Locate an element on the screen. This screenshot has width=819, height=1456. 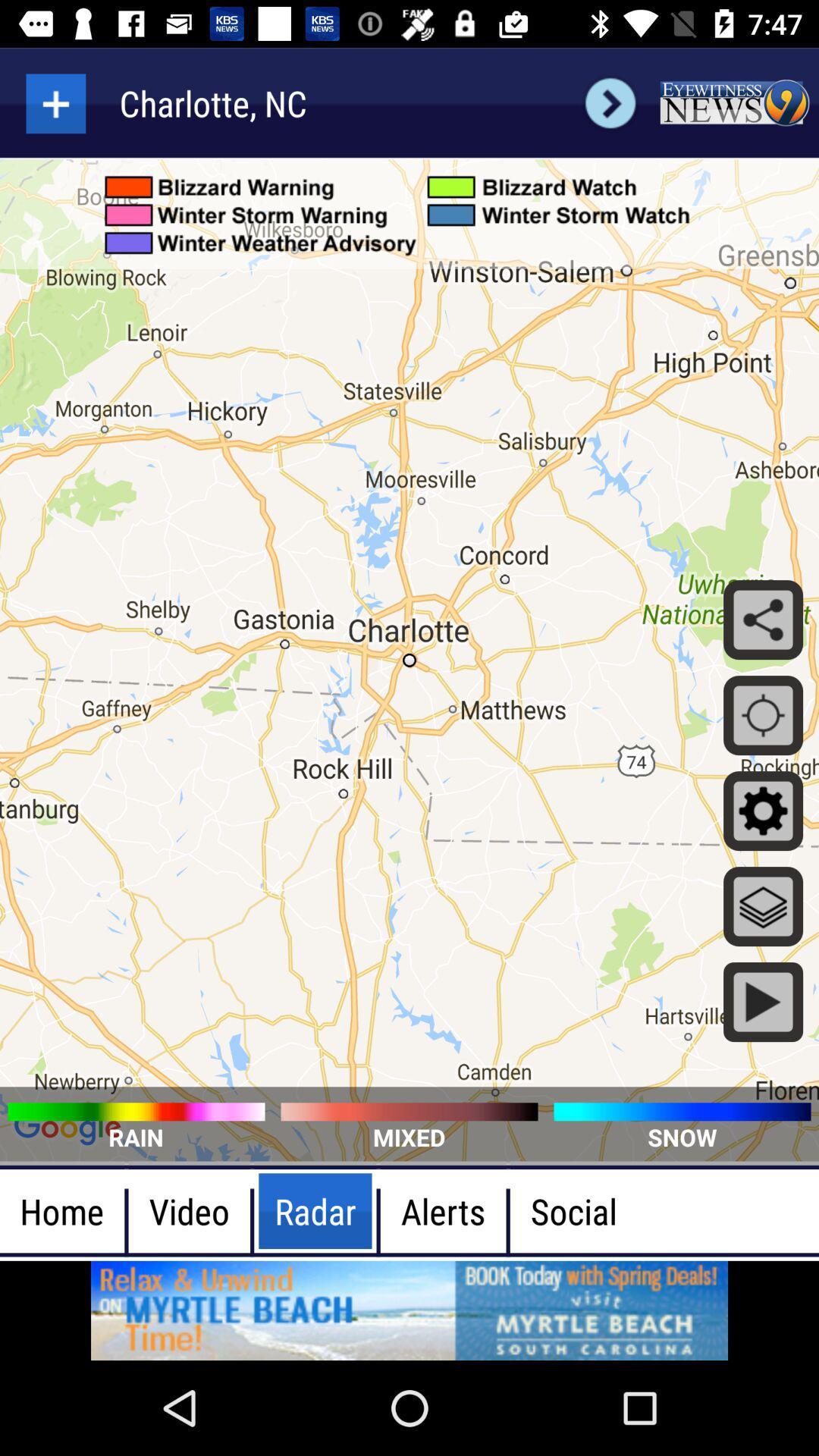
location is located at coordinates (55, 102).